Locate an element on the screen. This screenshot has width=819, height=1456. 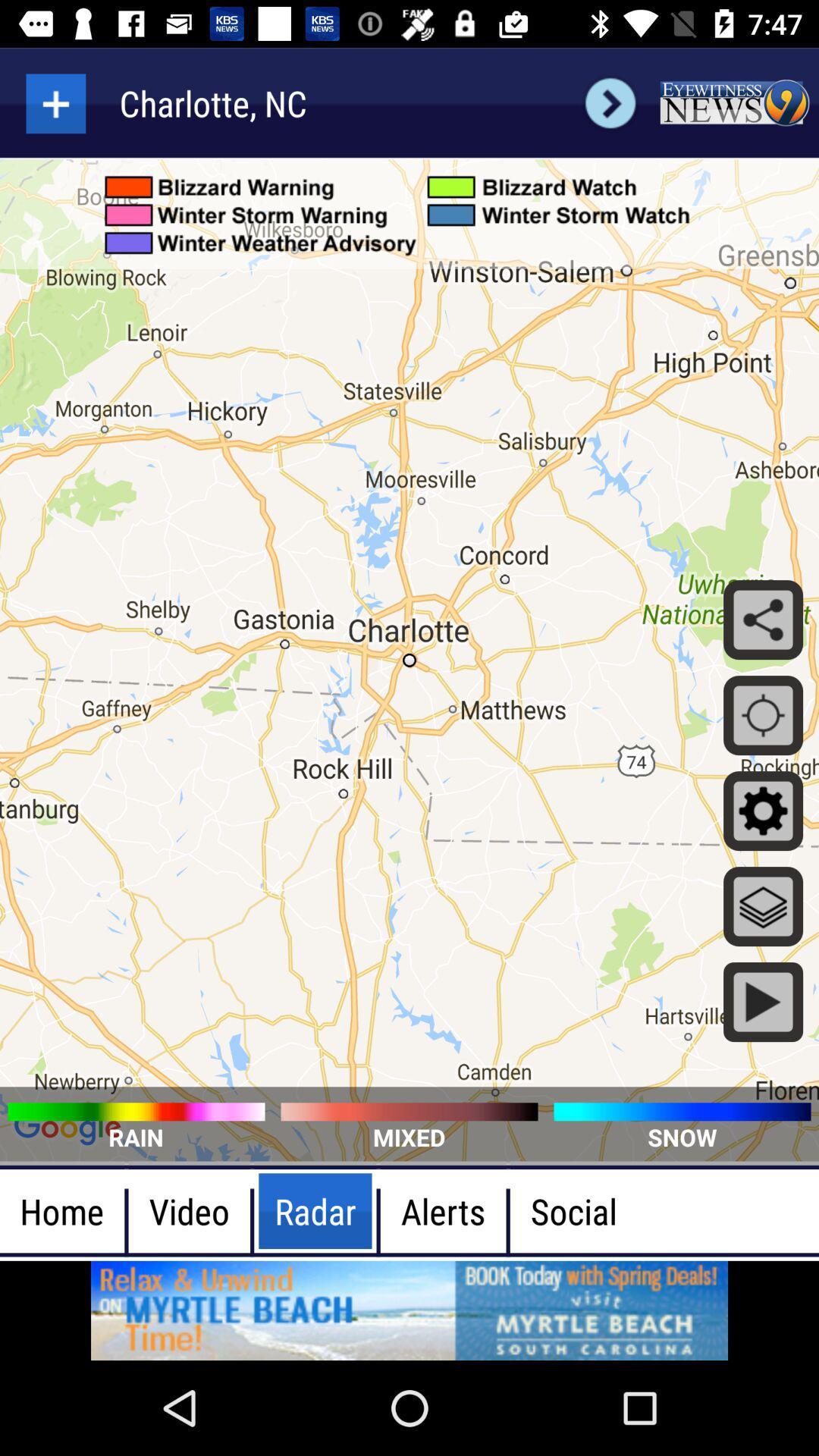
location is located at coordinates (55, 102).